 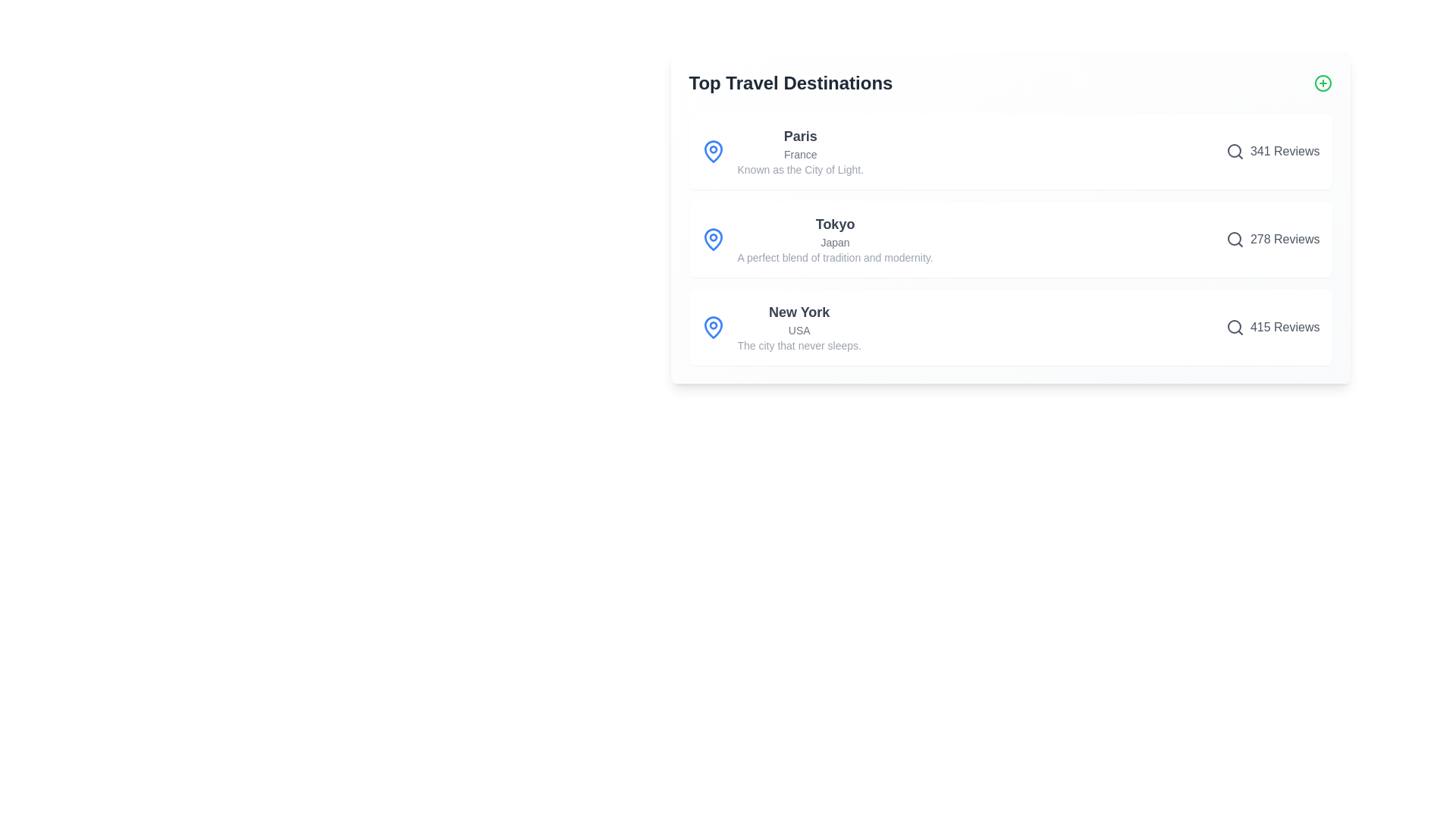 What do you see at coordinates (1322, 83) in the screenshot?
I see `'Add' button to add a new destination` at bounding box center [1322, 83].